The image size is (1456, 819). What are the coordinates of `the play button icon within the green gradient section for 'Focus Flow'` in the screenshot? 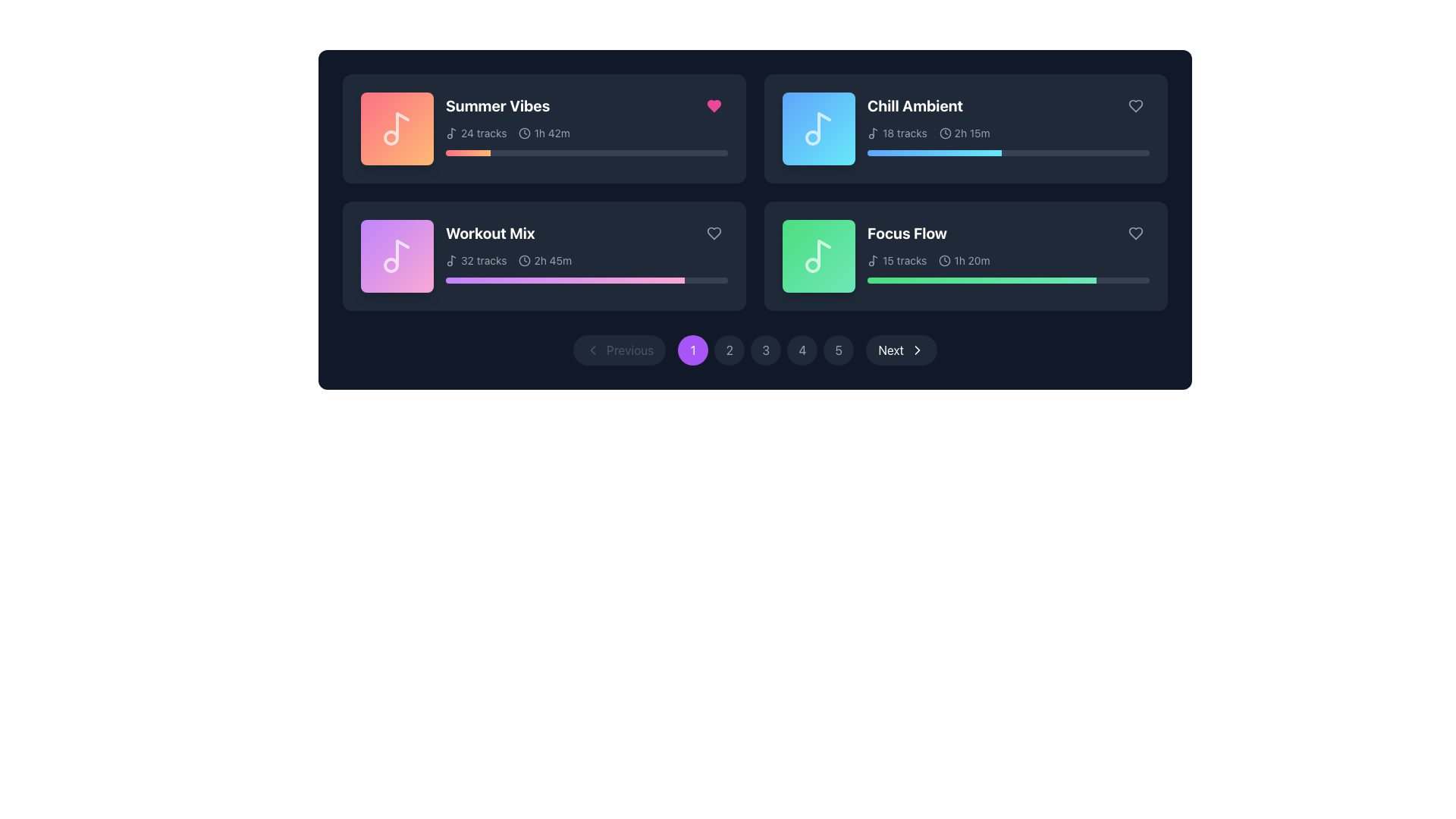 It's located at (818, 256).